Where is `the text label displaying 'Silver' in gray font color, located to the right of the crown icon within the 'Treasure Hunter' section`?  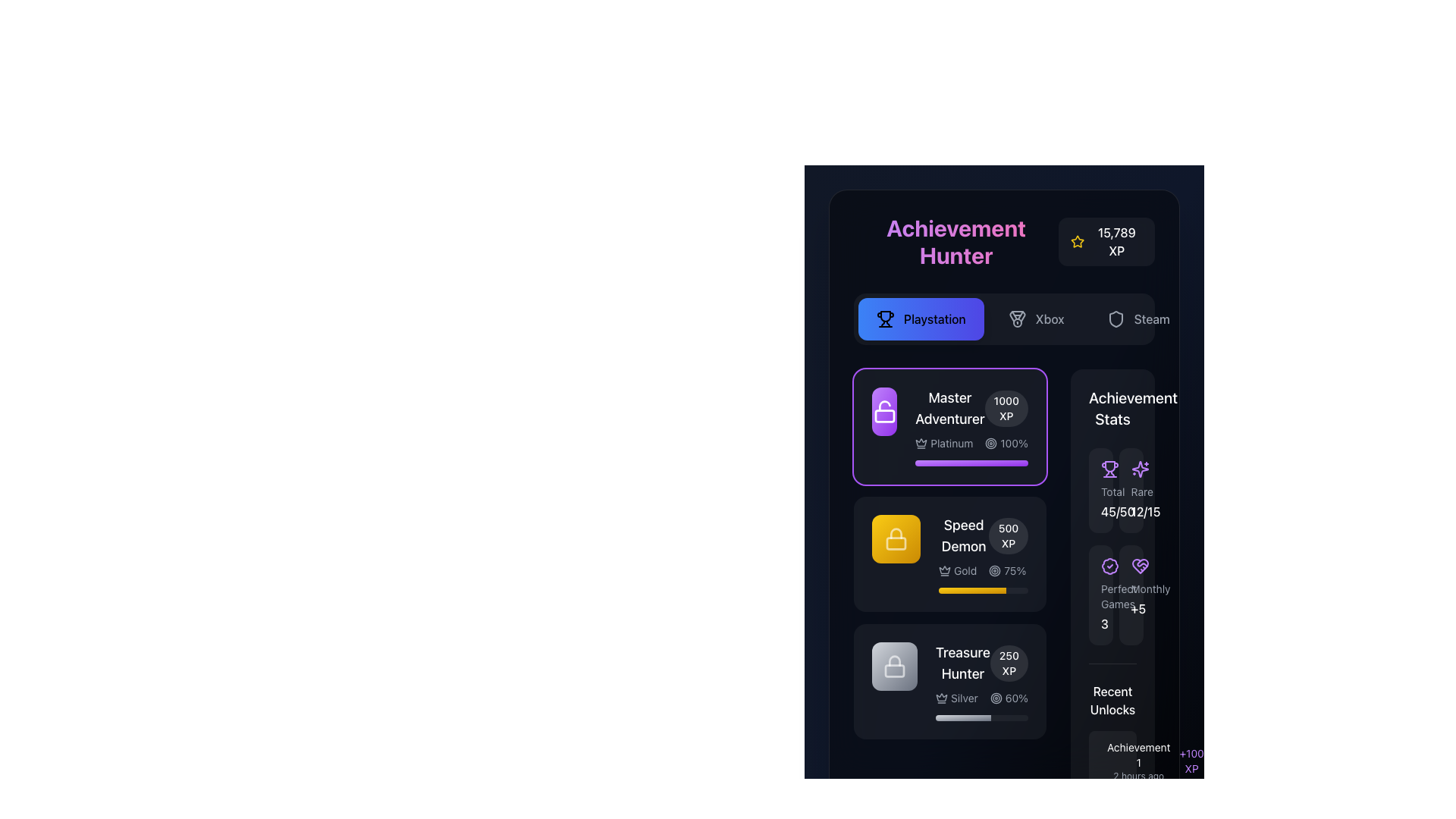
the text label displaying 'Silver' in gray font color, located to the right of the crown icon within the 'Treasure Hunter' section is located at coordinates (964, 698).